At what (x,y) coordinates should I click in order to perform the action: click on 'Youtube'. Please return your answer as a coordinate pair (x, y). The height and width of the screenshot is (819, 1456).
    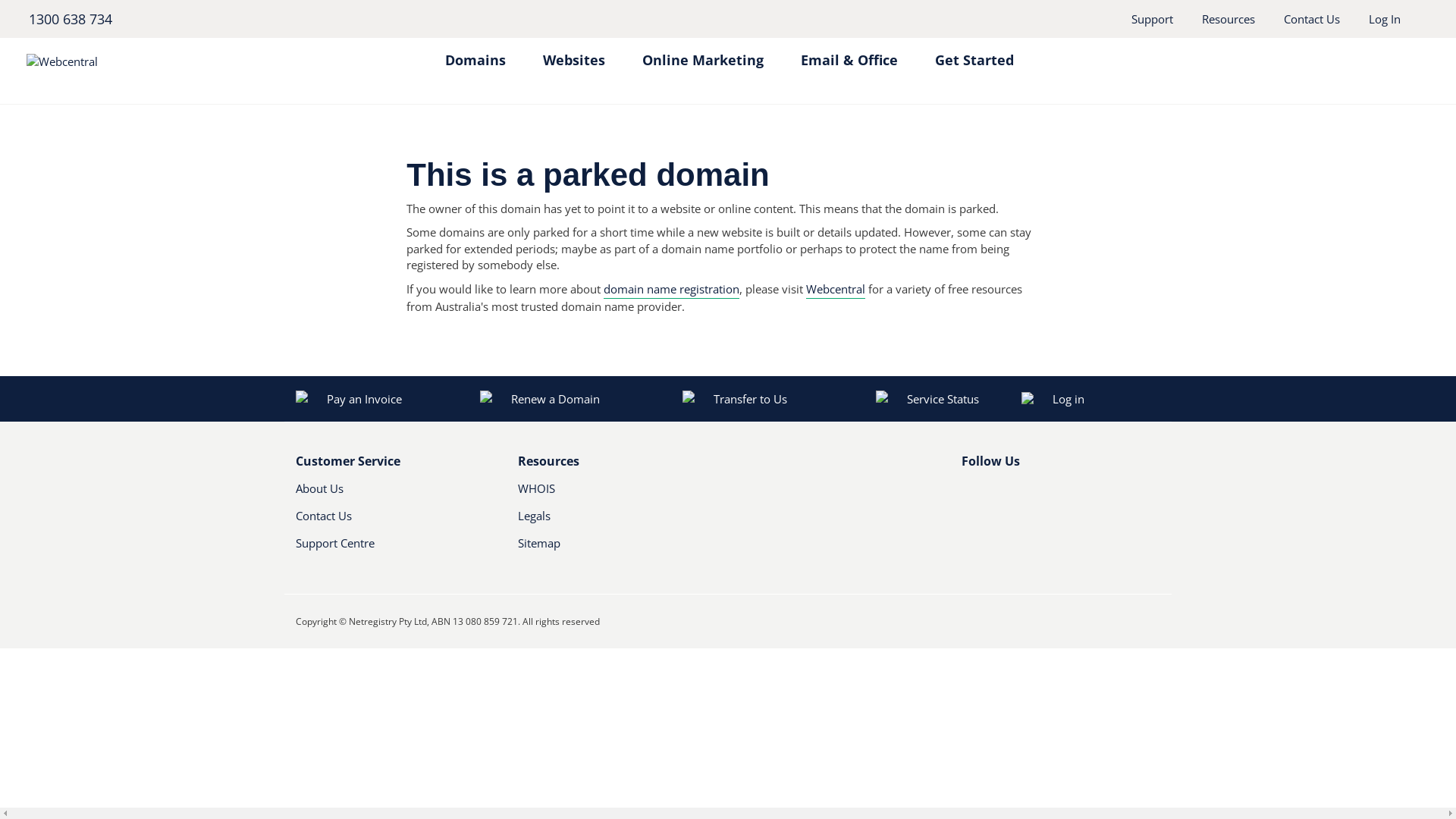
    Looking at the image, I should click on (1019, 494).